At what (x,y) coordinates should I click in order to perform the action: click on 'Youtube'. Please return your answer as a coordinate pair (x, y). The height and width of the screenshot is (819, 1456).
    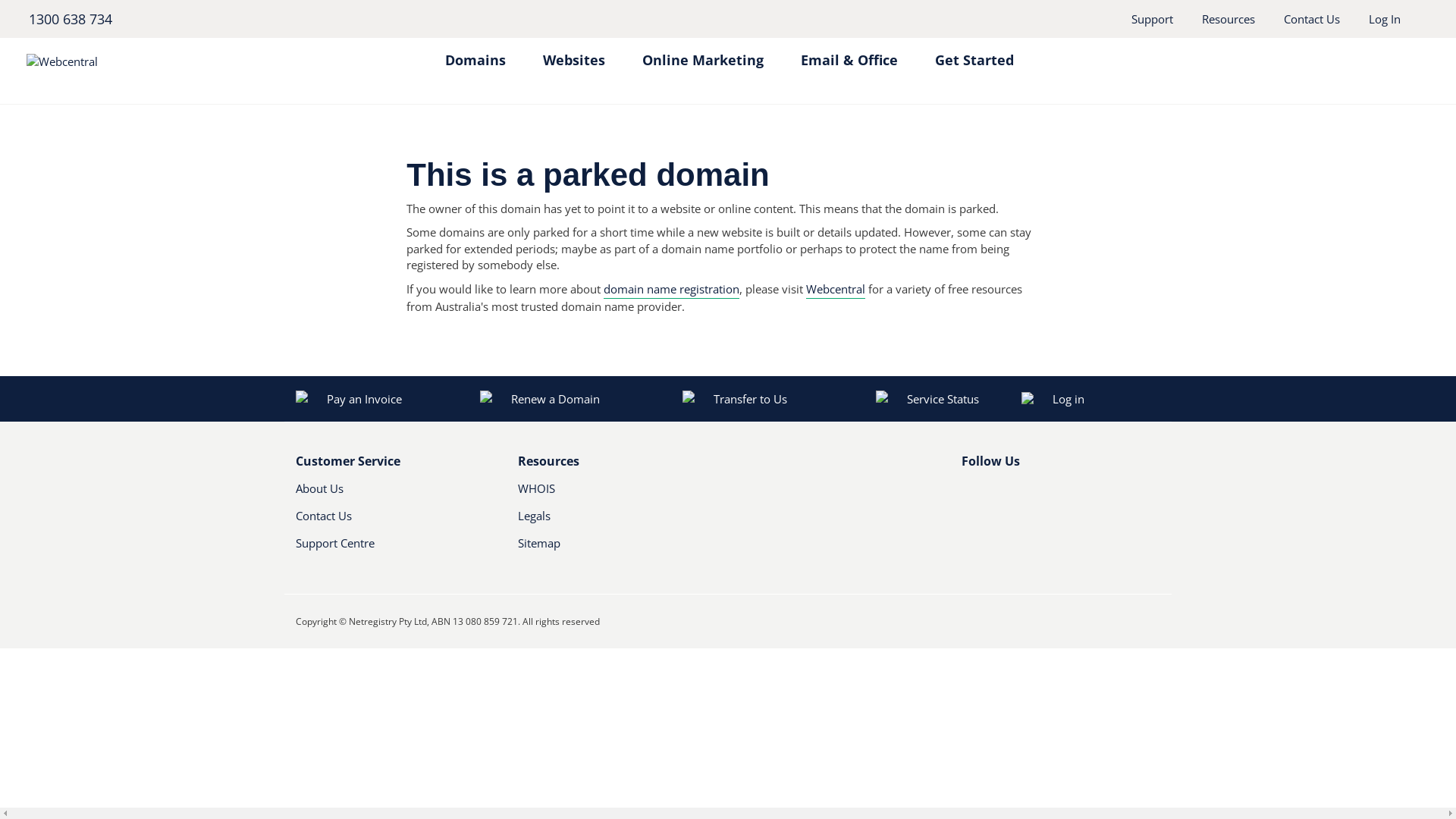
    Looking at the image, I should click on (1019, 494).